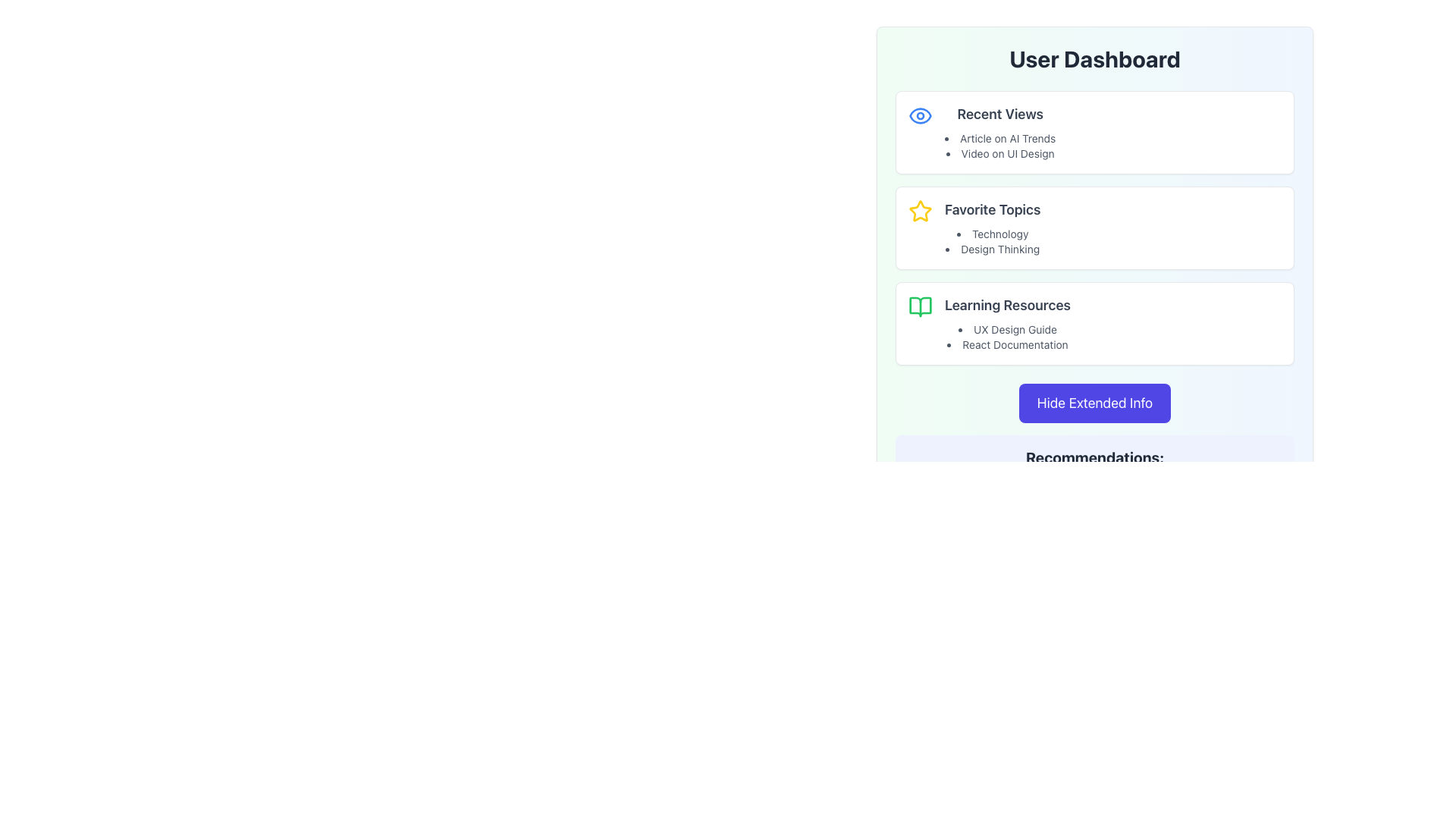 Image resolution: width=1456 pixels, height=819 pixels. Describe the element at coordinates (993, 241) in the screenshot. I see `the Bullet list displaying favorite topics located in the 'Favorite Topics' section, which appears below the title and above 'Learning Resources.'` at that location.